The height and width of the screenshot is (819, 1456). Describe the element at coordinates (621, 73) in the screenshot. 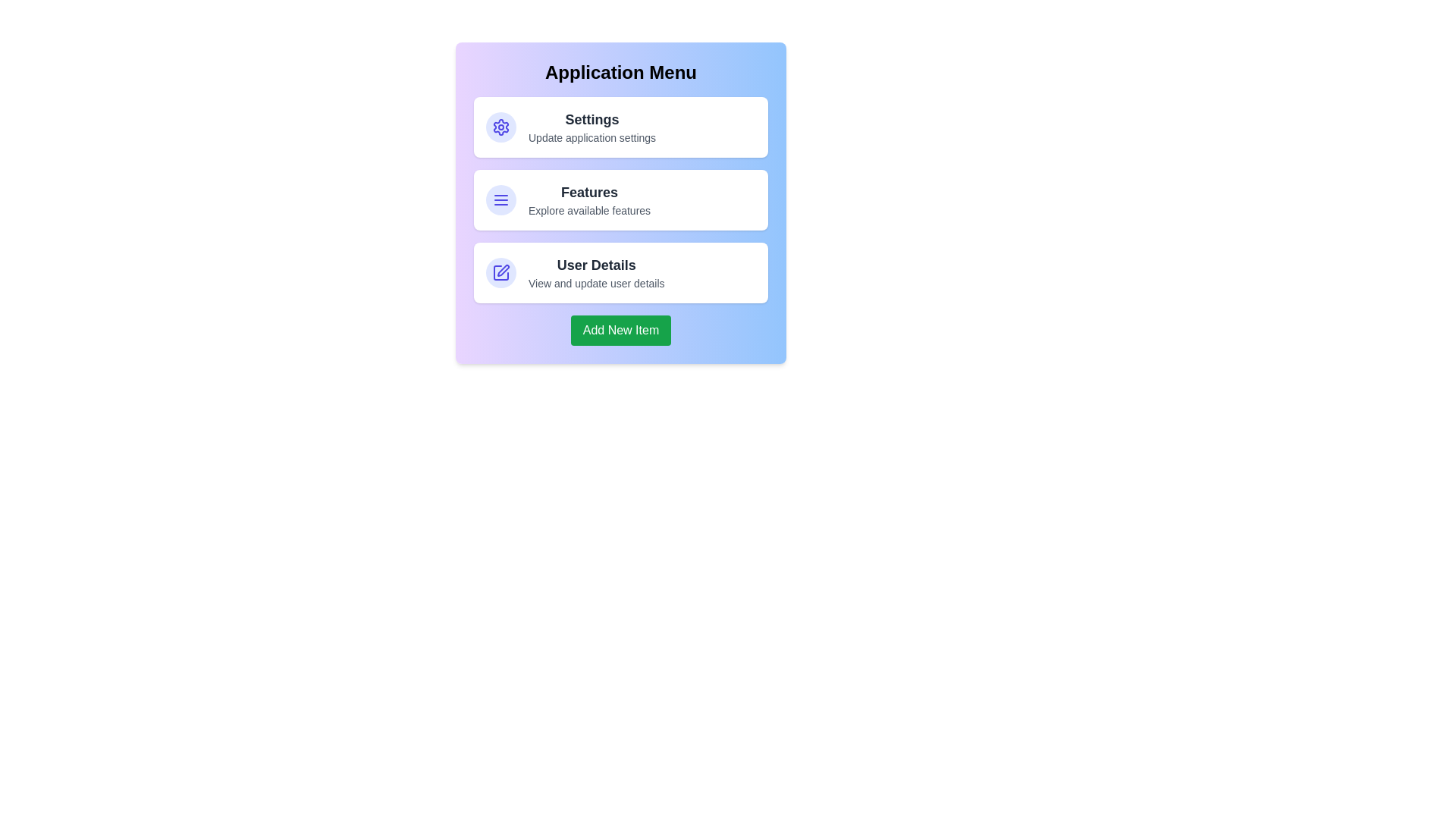

I see `the title text 'Application Menu'` at that location.